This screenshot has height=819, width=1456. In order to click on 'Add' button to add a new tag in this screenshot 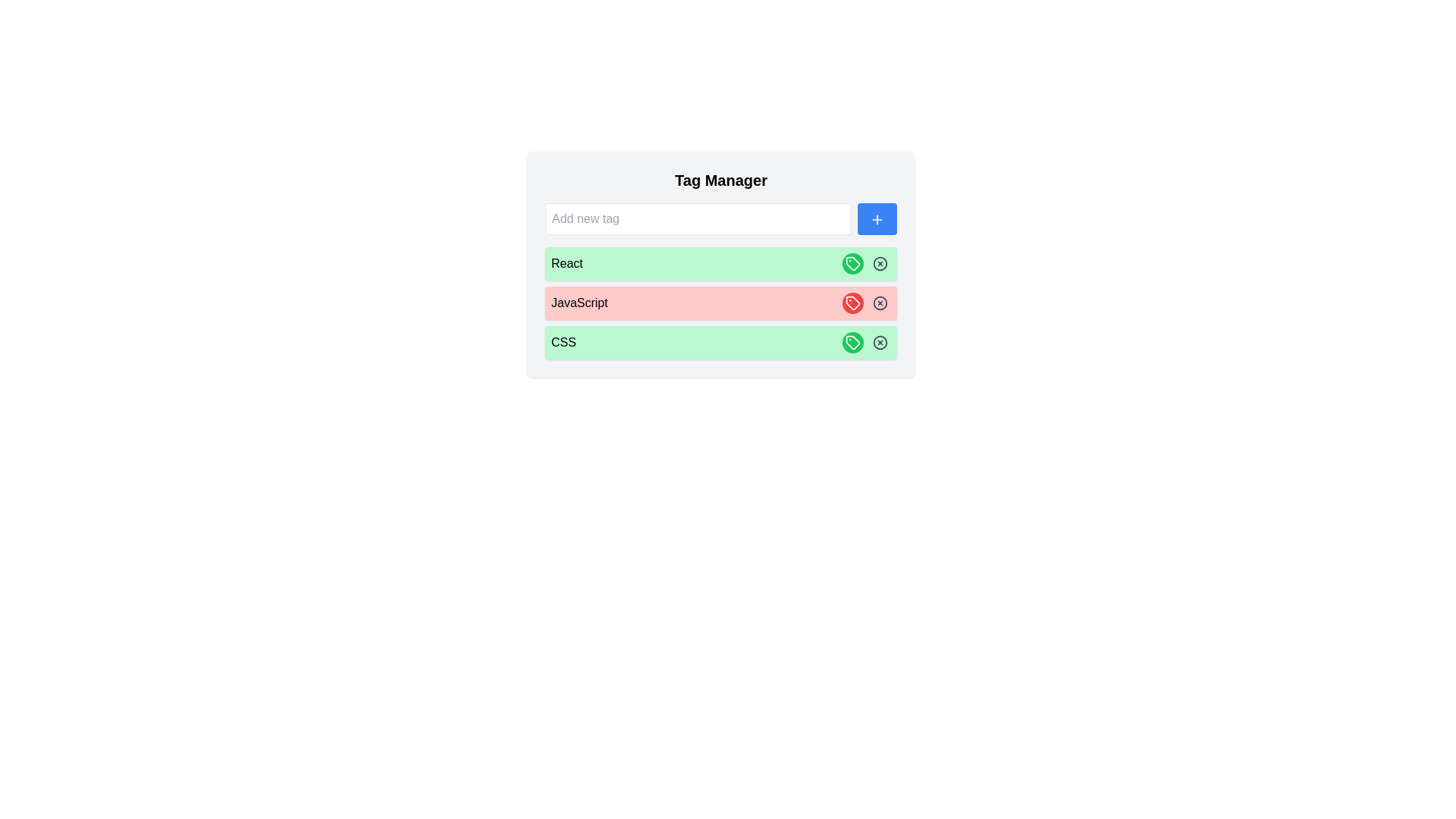, I will do `click(877, 219)`.